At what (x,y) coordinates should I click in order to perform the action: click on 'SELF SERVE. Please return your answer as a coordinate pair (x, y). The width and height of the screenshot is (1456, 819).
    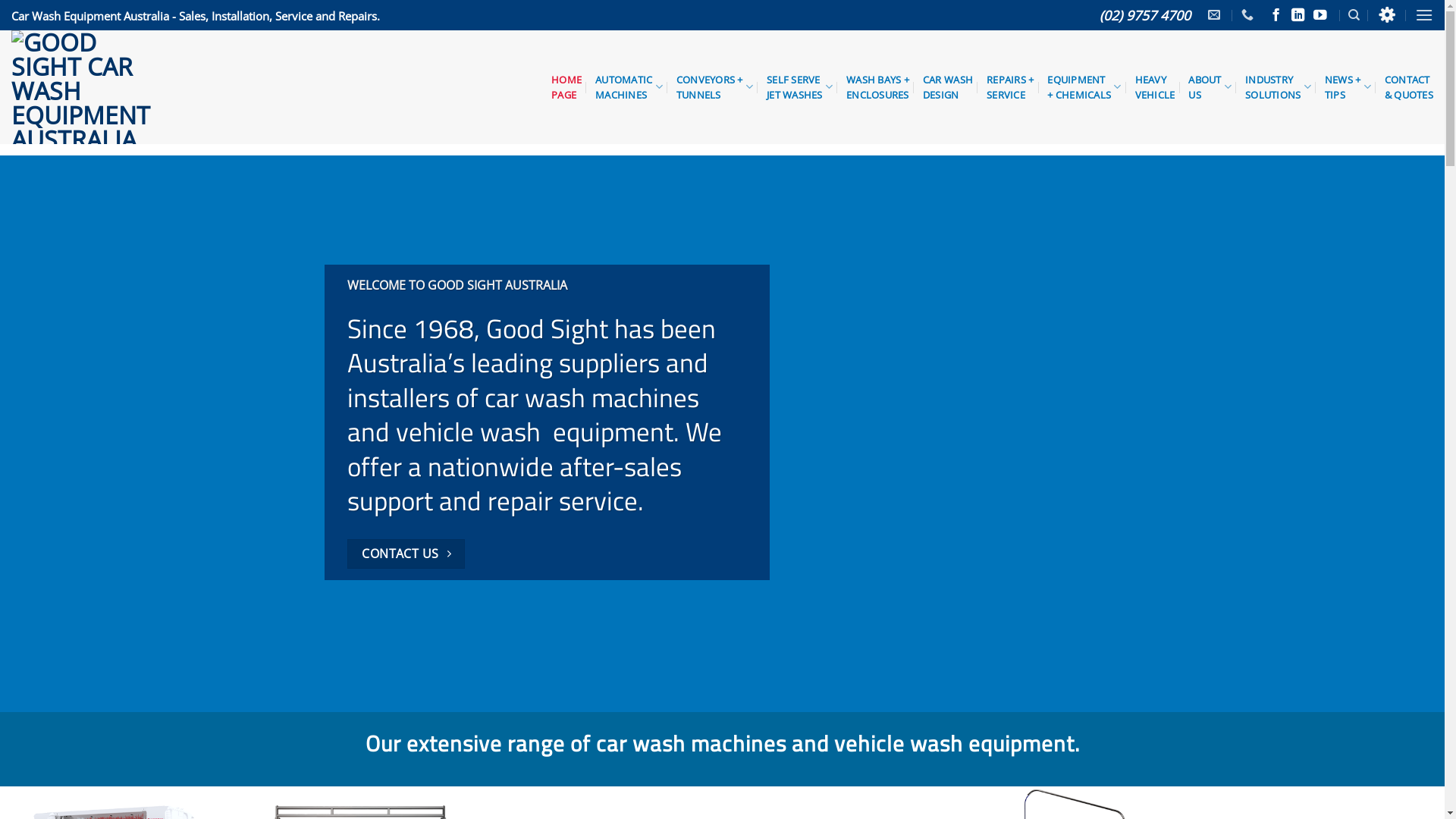
    Looking at the image, I should click on (799, 87).